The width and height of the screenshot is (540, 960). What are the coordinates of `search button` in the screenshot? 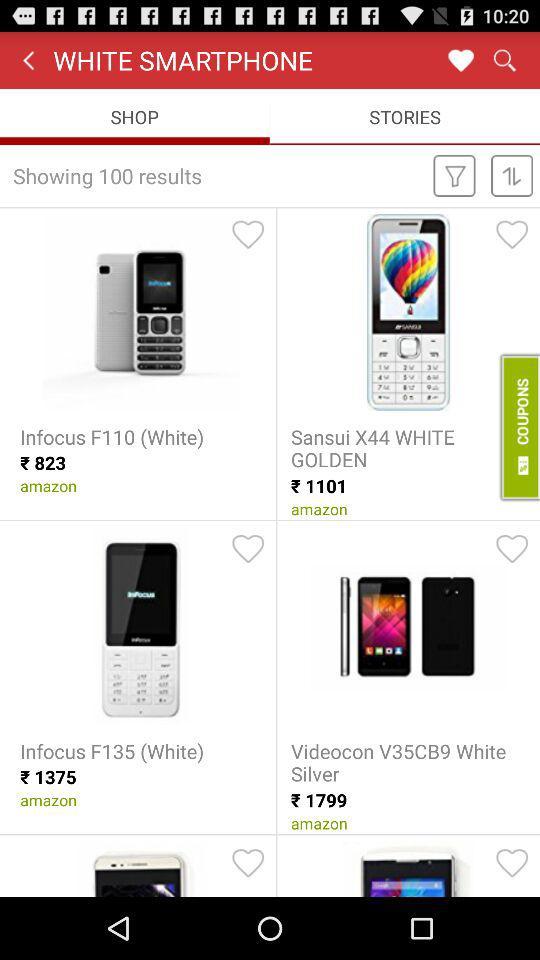 It's located at (503, 59).